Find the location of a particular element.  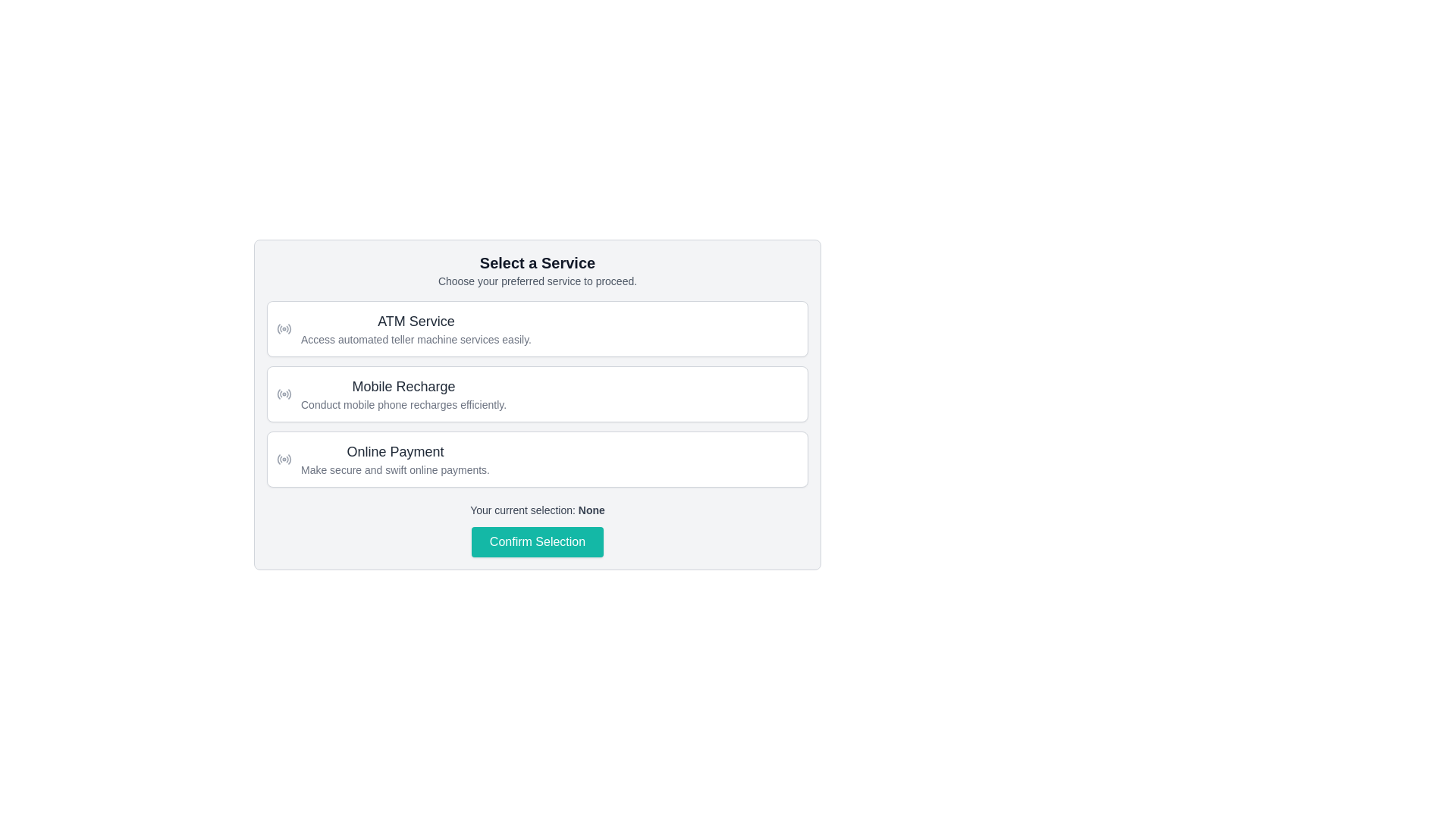

the label styled in bold text 'Online Payment' that describes 'Make secure and swift online payments.' located in the third option of a vertical list is located at coordinates (395, 458).